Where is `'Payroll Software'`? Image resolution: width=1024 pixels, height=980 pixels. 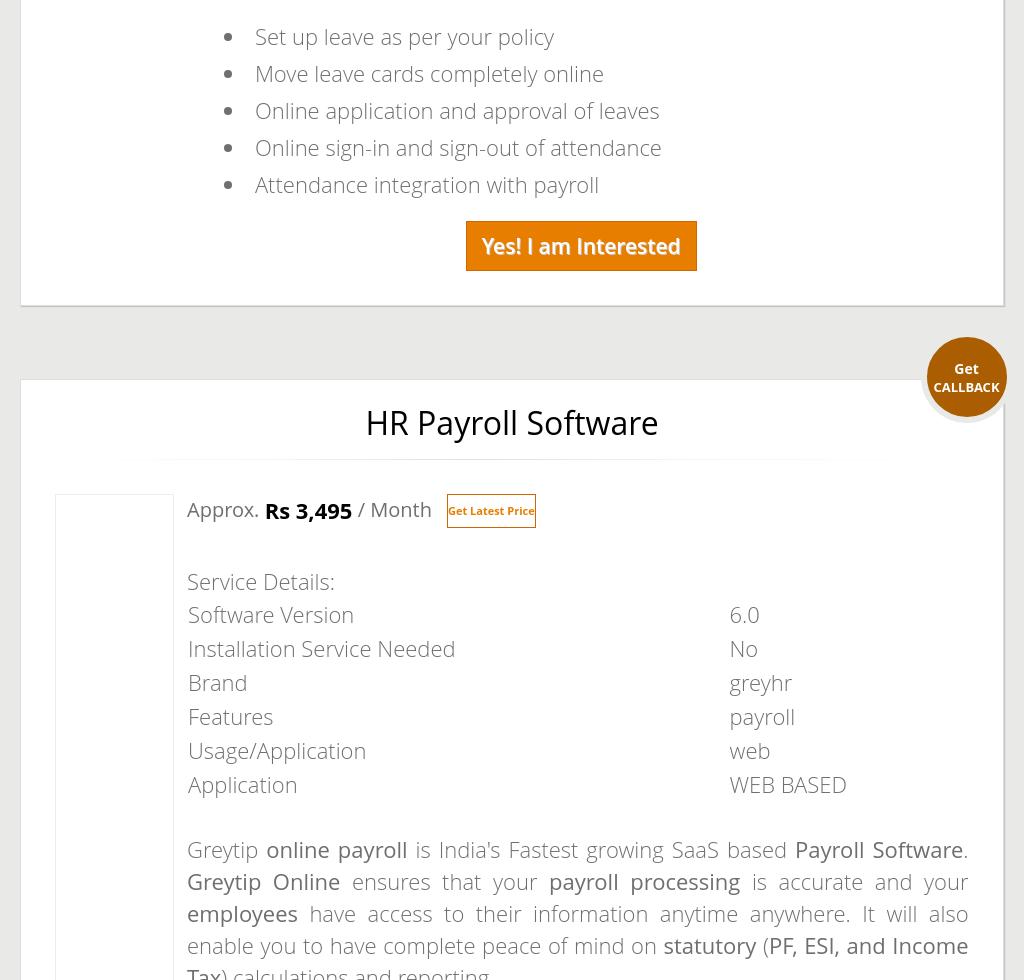
'Payroll Software' is located at coordinates (879, 848).